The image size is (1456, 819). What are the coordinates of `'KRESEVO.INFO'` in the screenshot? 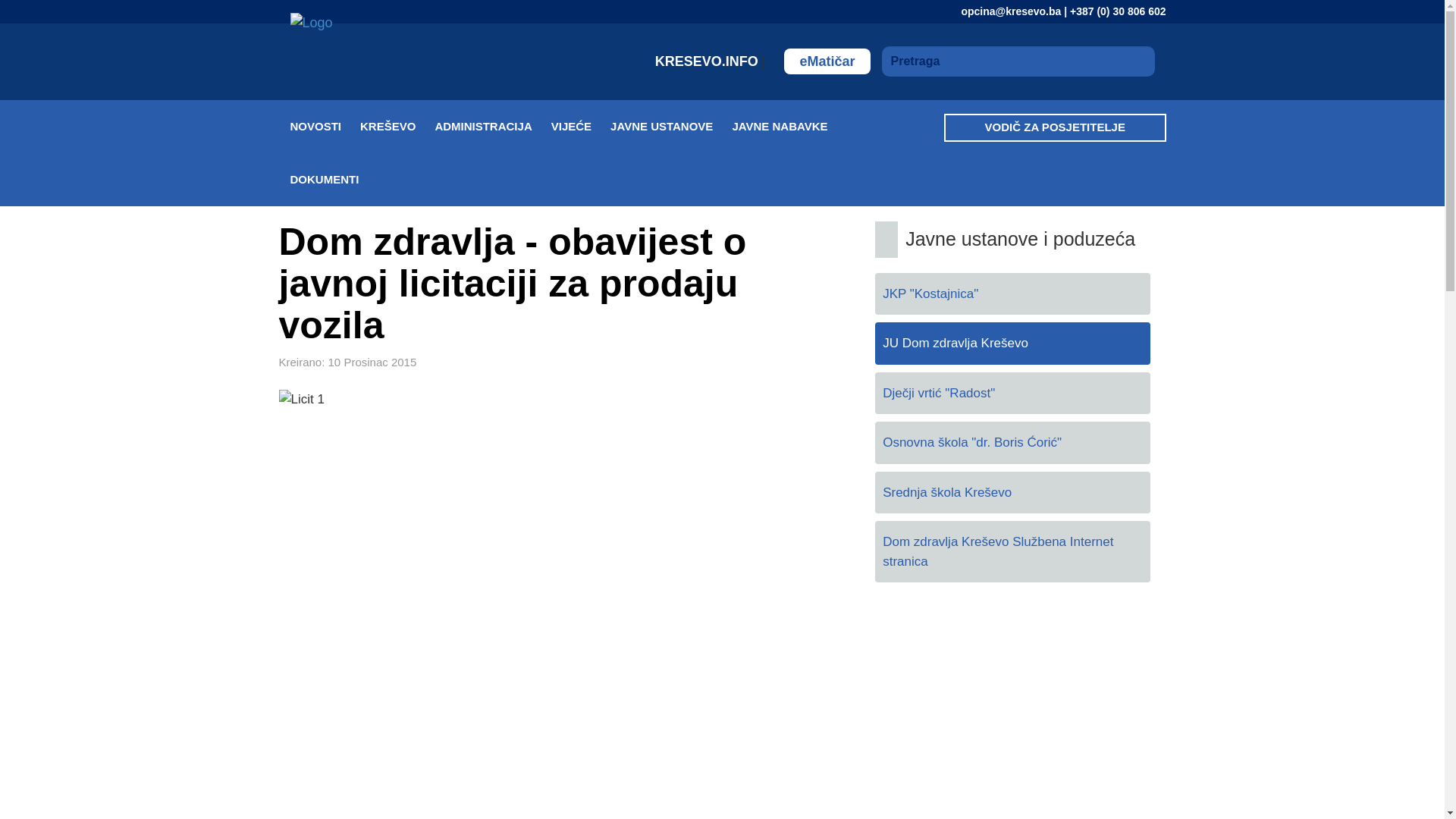 It's located at (708, 61).